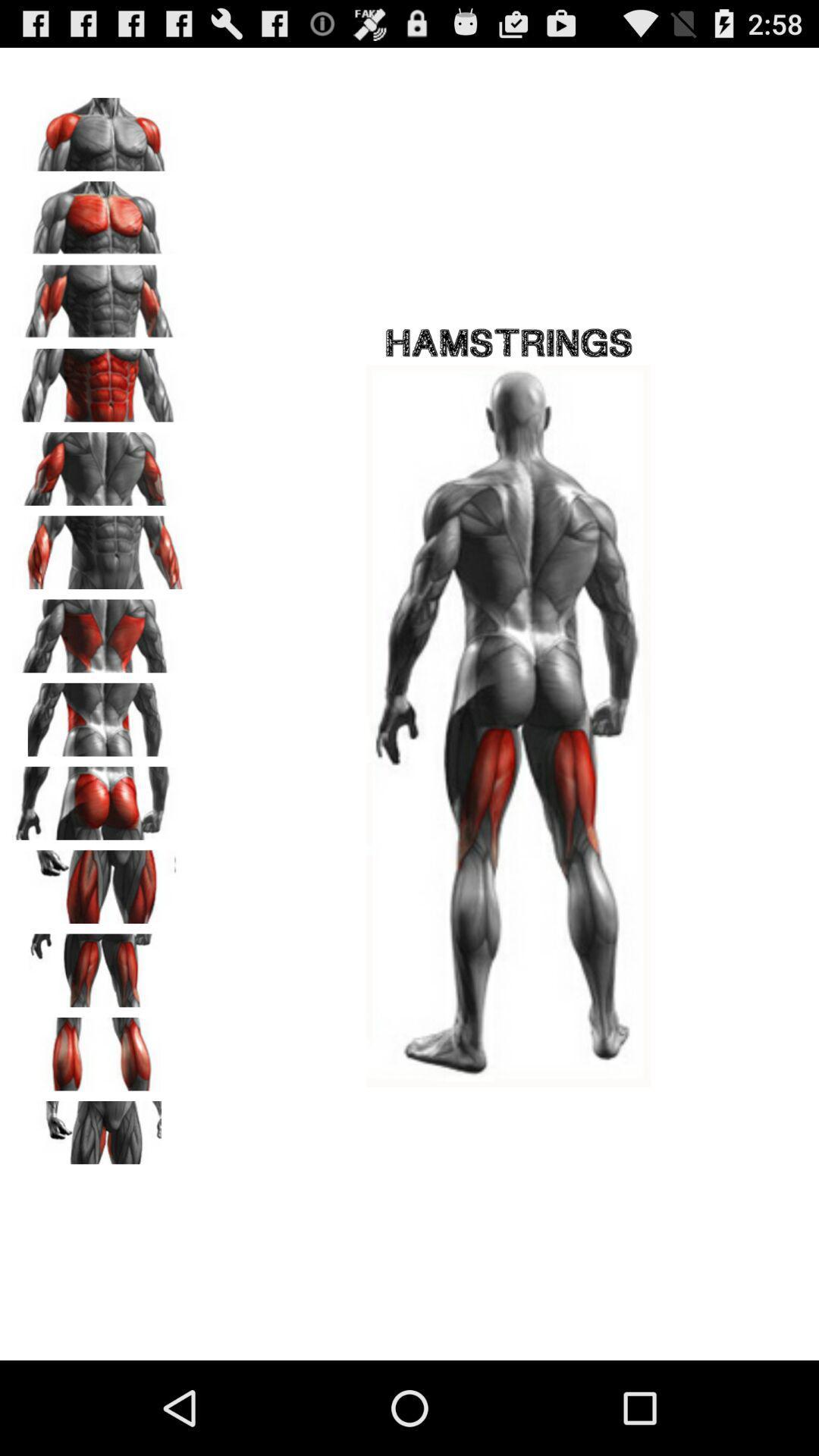 This screenshot has width=819, height=1456. Describe the element at coordinates (99, 631) in the screenshot. I see `choose back muscles option` at that location.